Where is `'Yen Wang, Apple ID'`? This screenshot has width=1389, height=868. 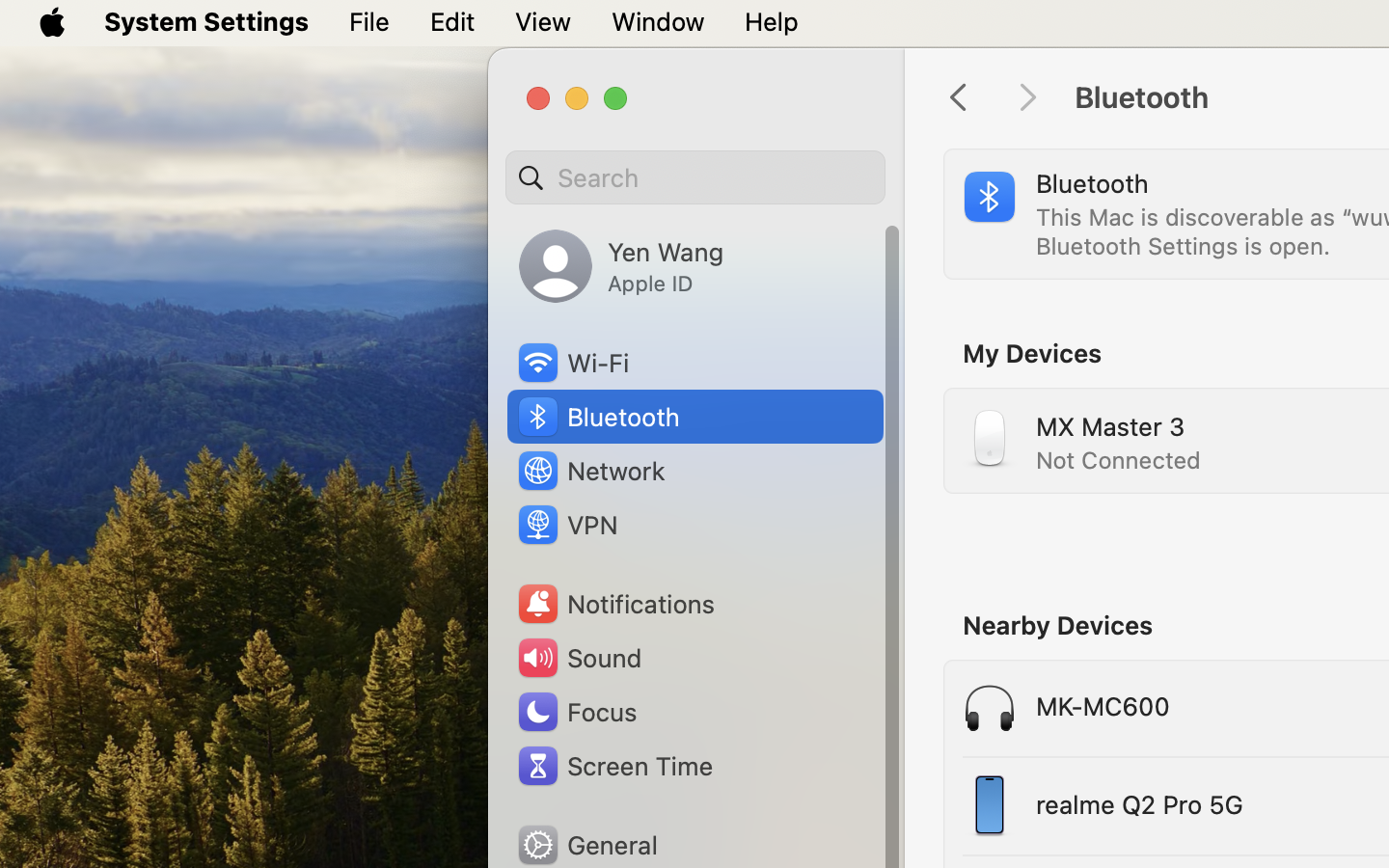 'Yen Wang, Apple ID' is located at coordinates (619, 265).